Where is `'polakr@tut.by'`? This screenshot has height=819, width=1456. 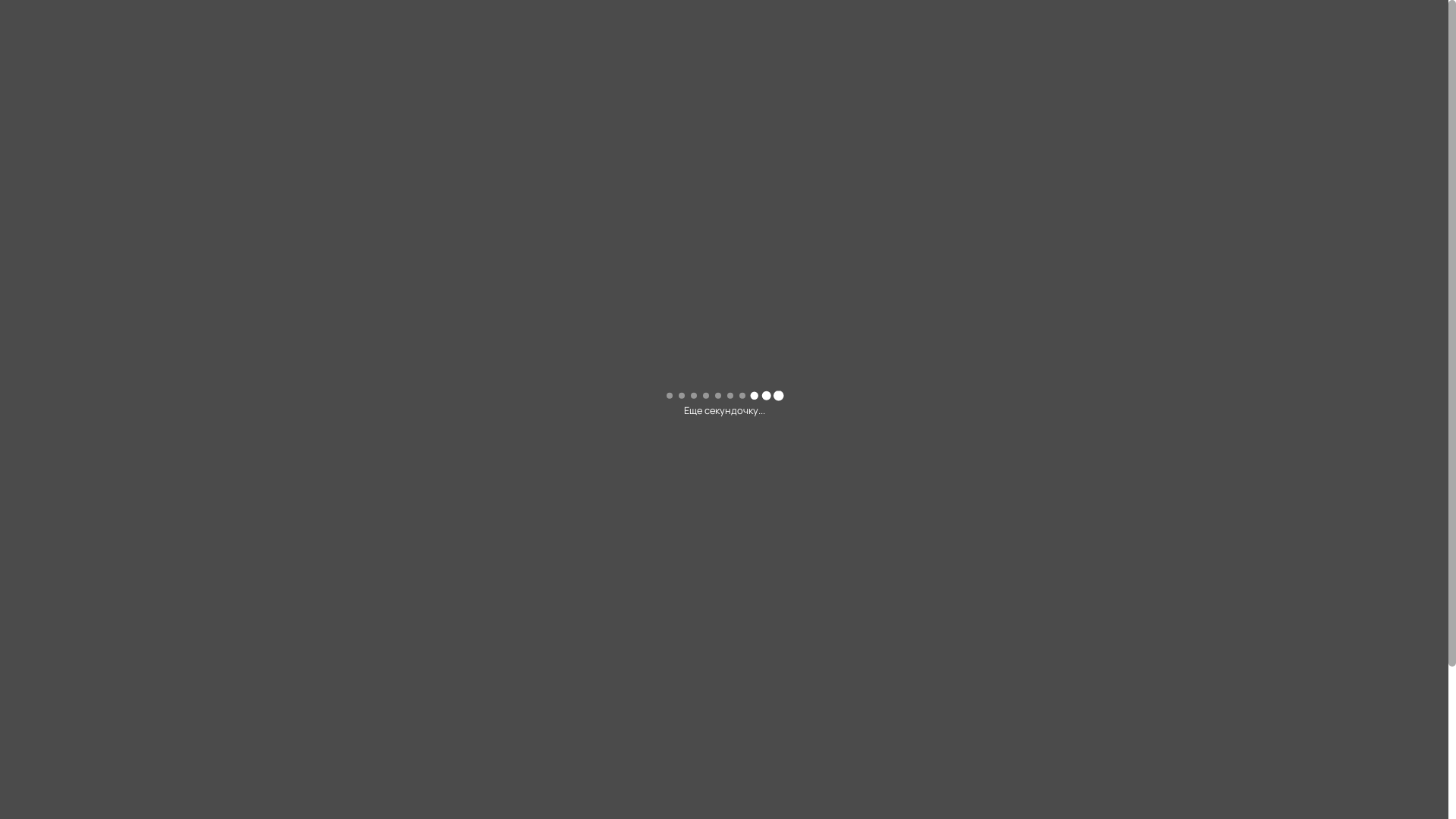
'polakr@tut.by' is located at coordinates (1147, 38).